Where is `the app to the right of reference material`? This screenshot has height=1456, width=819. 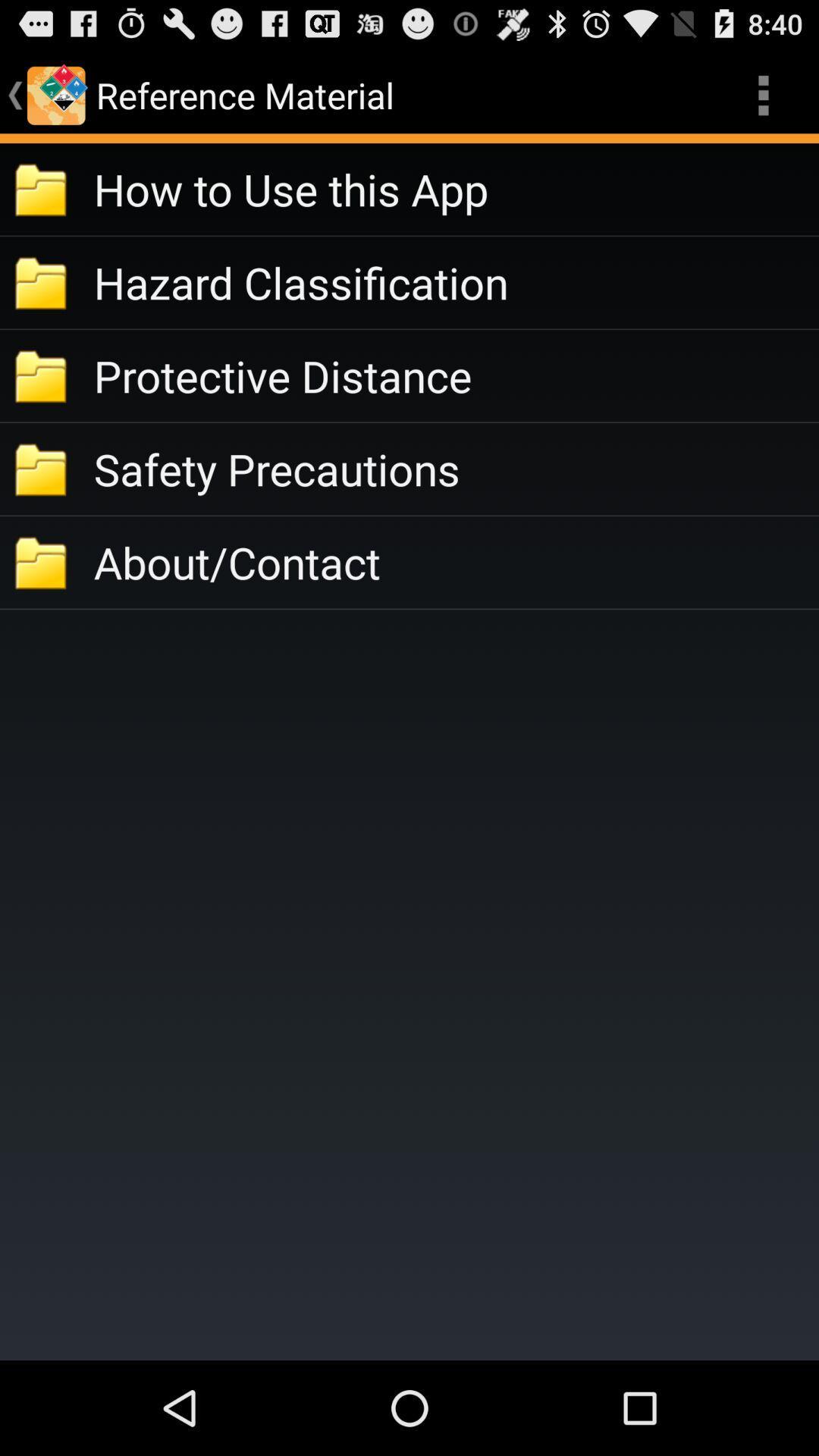
the app to the right of reference material is located at coordinates (763, 94).